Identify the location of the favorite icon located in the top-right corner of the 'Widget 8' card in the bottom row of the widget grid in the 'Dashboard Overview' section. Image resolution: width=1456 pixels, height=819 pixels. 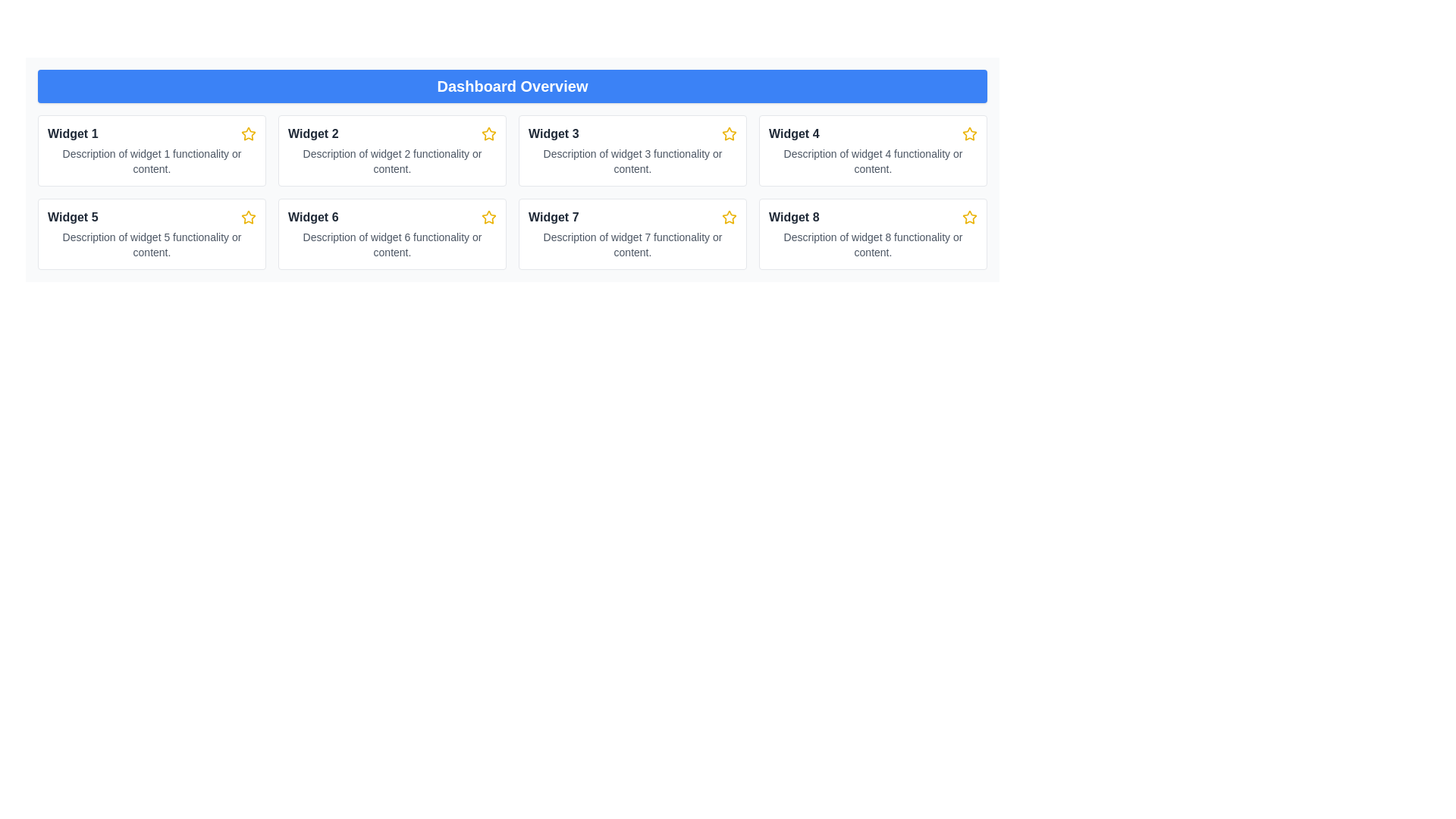
(968, 217).